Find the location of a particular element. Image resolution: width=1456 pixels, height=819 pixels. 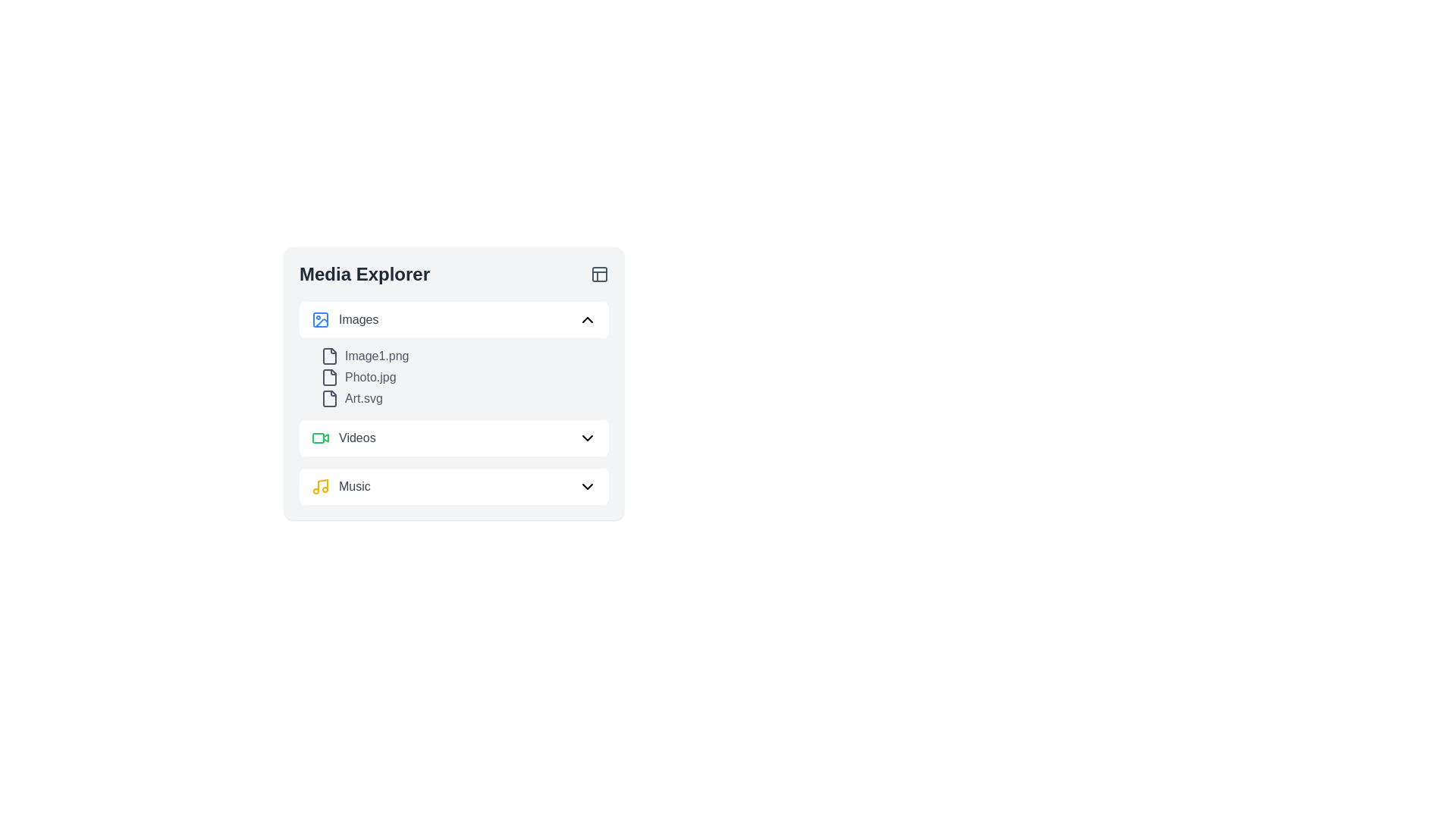

on the first file entry in the 'Images' category list is located at coordinates (453, 354).